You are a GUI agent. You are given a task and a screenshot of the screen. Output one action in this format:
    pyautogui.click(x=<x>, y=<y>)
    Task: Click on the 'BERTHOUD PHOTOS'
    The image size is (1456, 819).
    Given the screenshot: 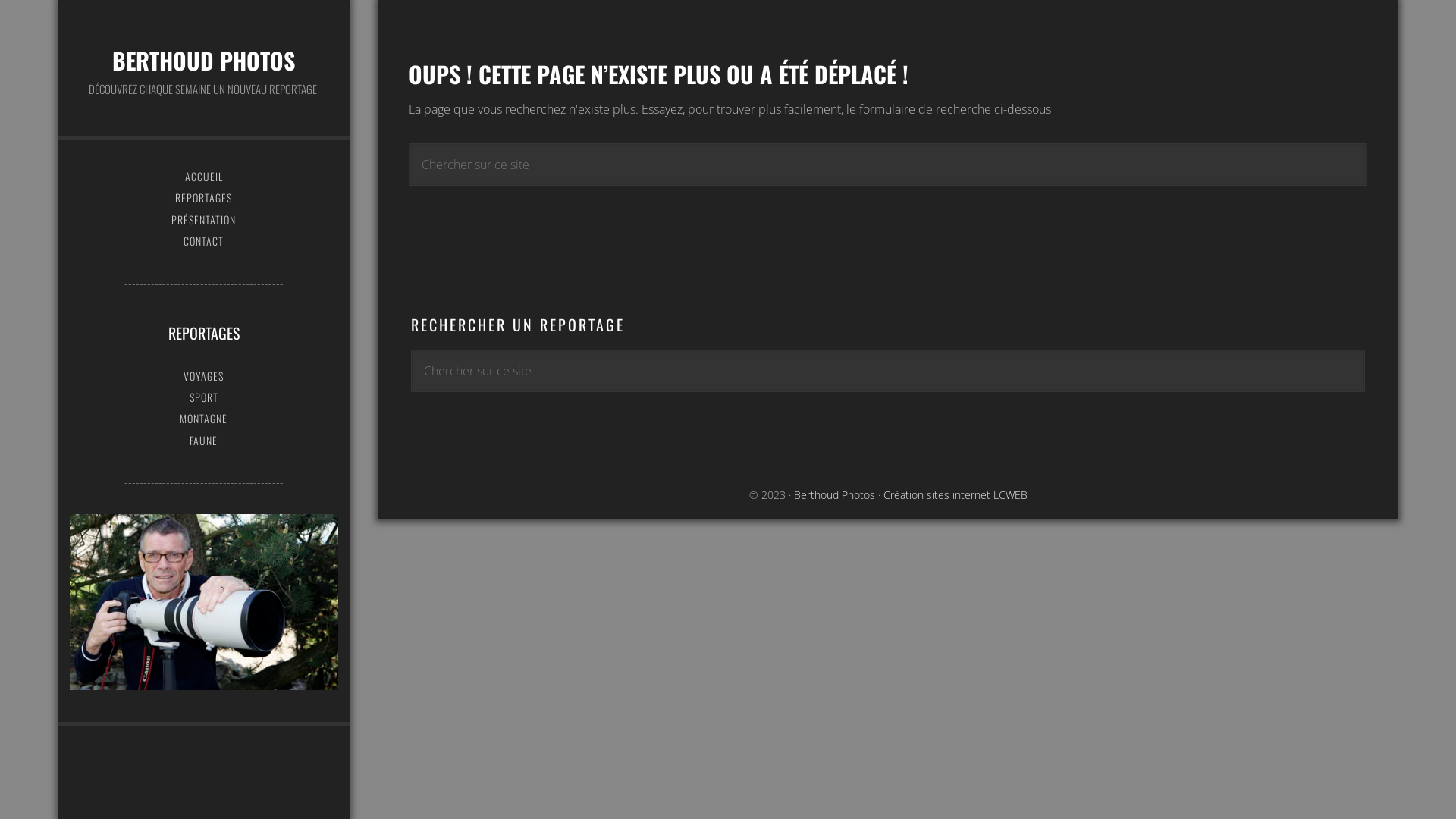 What is the action you would take?
    pyautogui.click(x=111, y=59)
    